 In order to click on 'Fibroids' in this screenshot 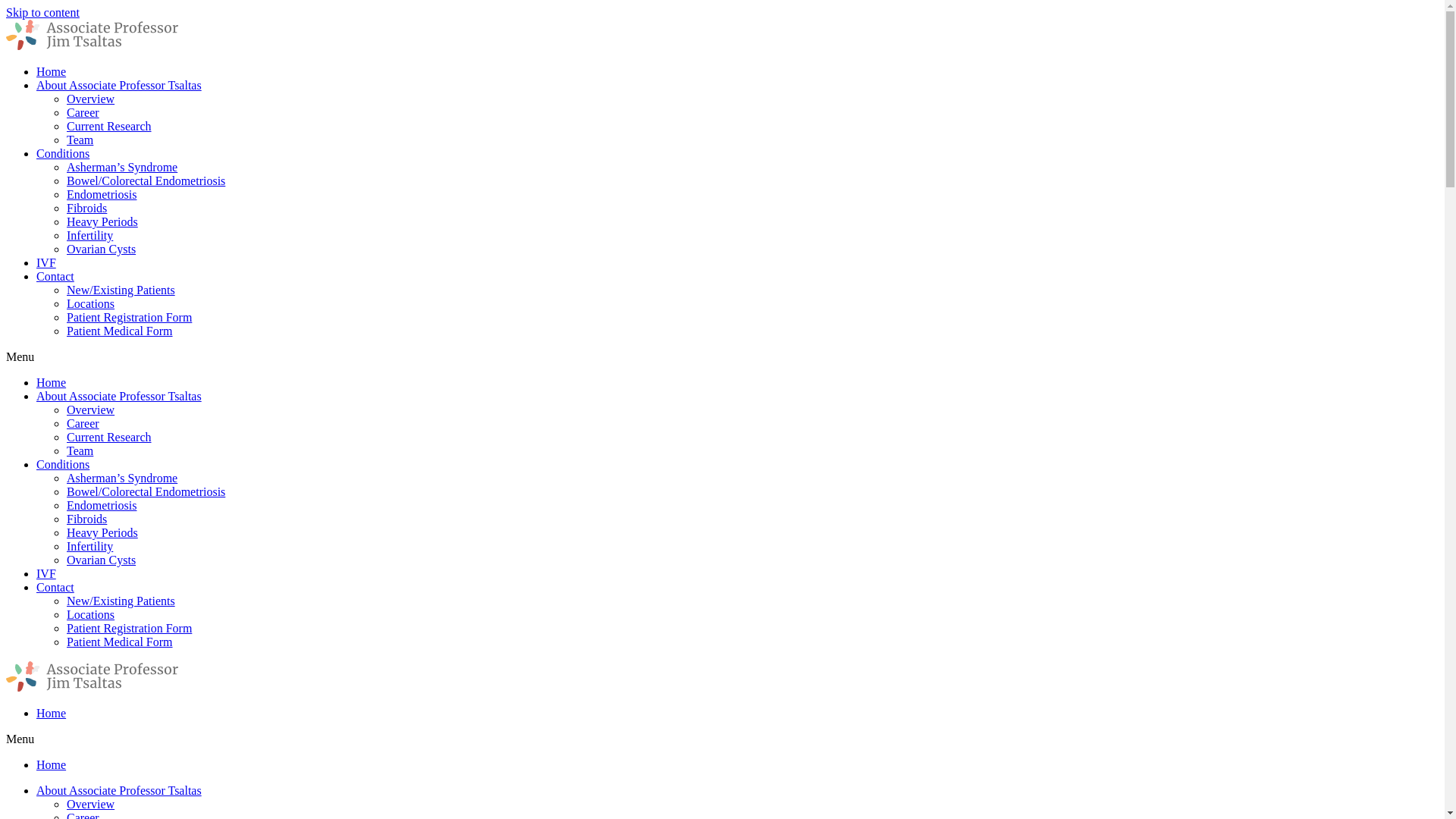, I will do `click(86, 518)`.